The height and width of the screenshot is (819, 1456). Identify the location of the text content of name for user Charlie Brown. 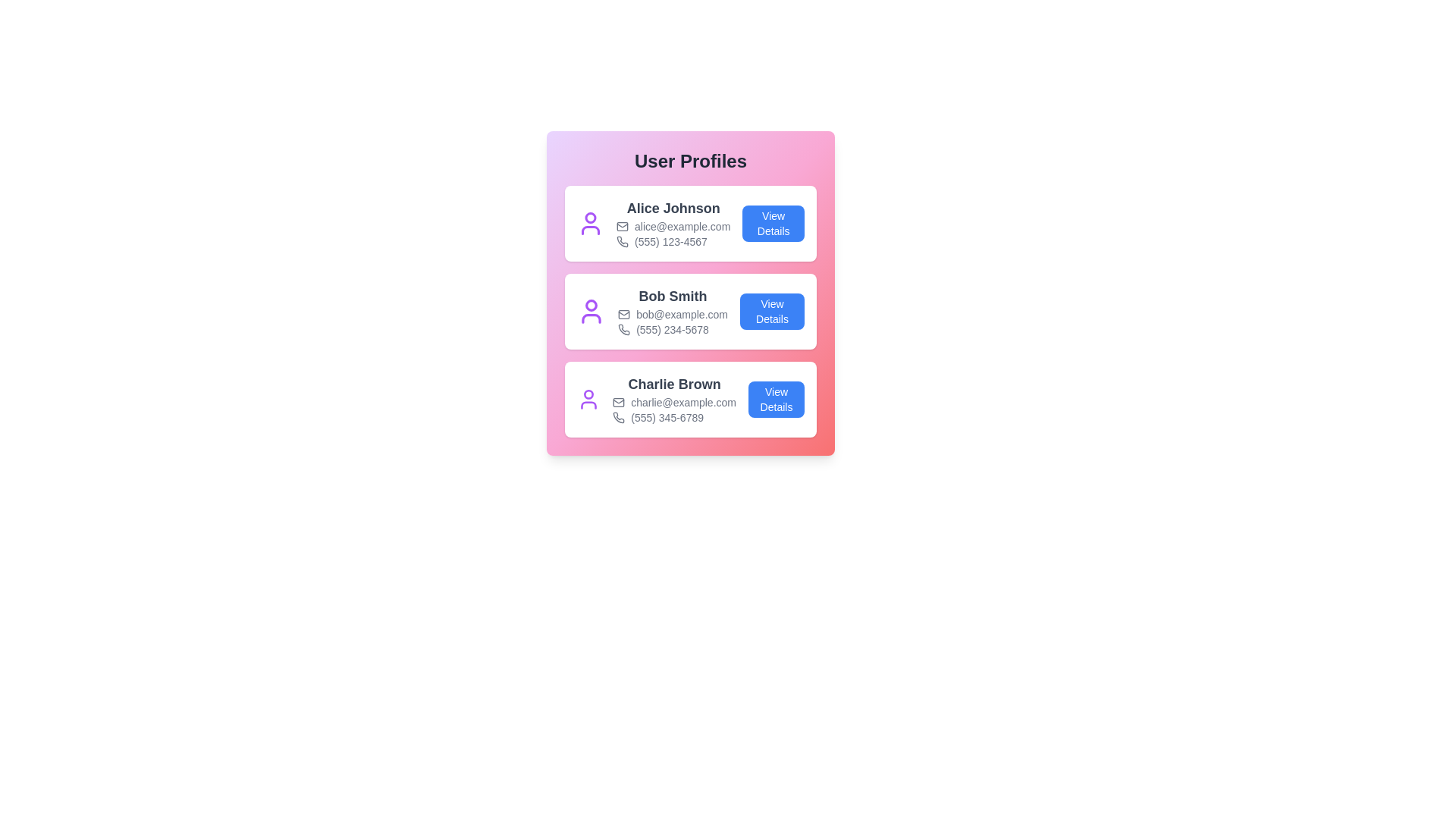
(673, 383).